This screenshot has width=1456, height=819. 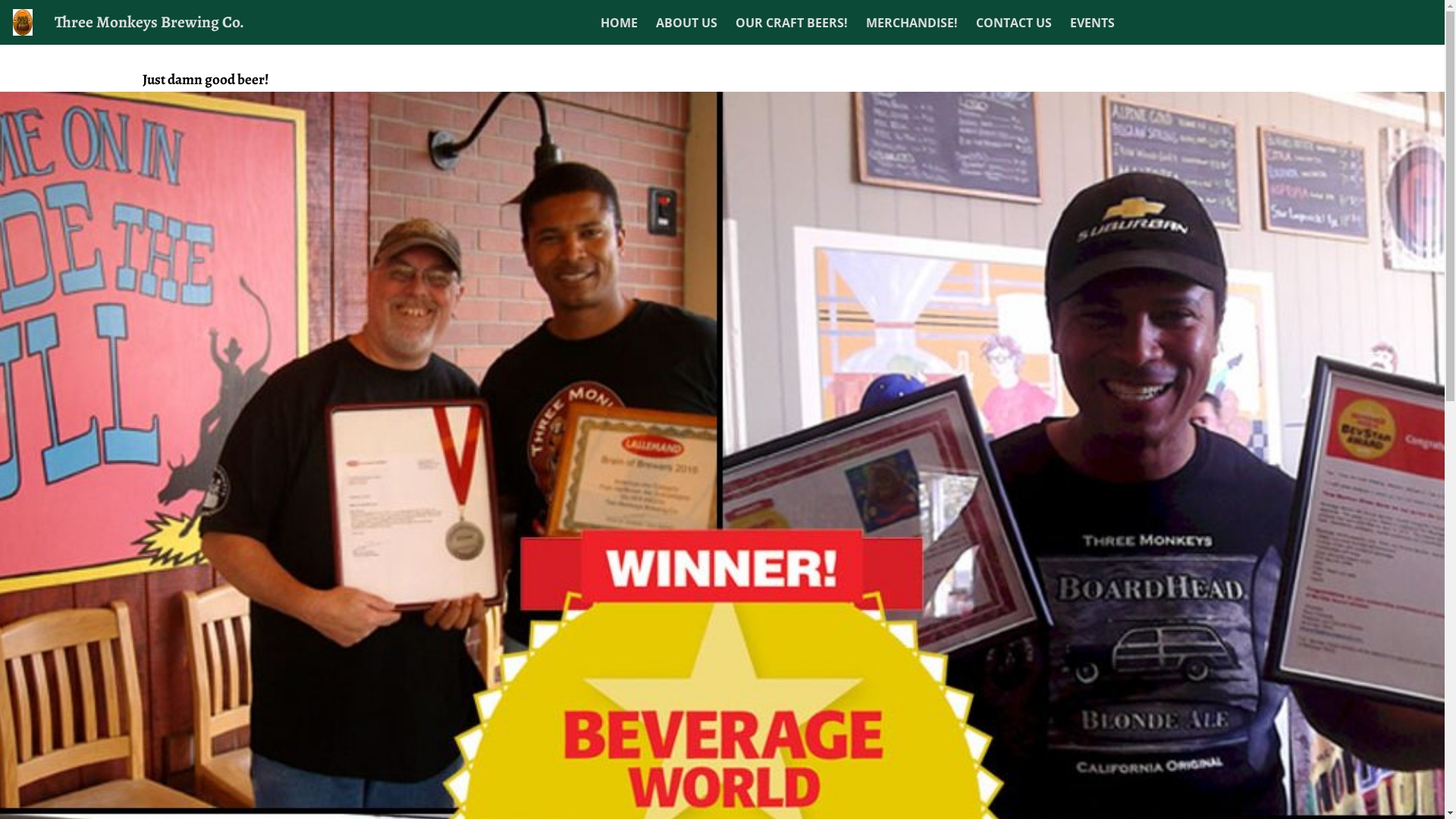 I want to click on 'MERCHANDISE!', so click(x=911, y=22).